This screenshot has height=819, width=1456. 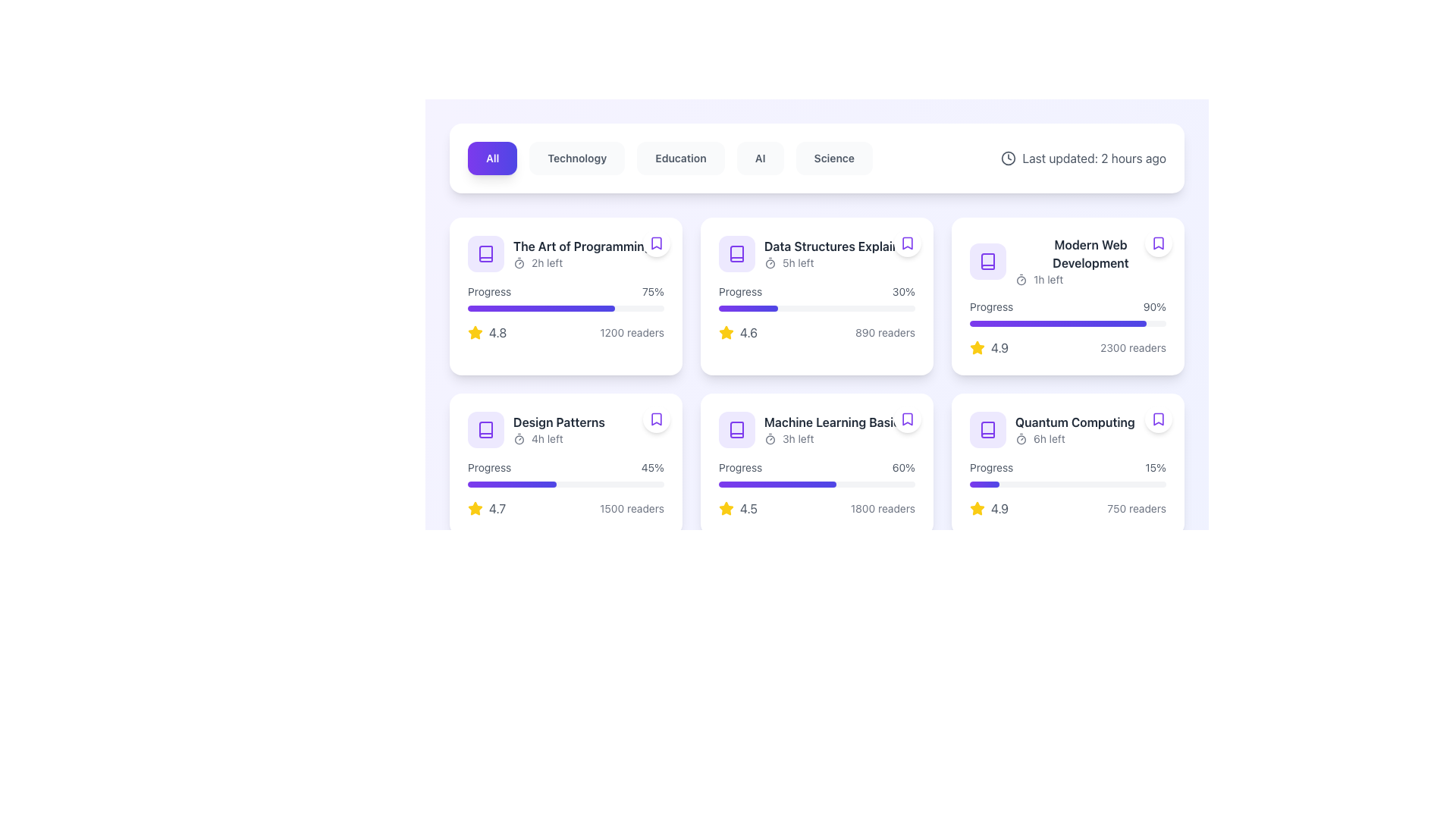 What do you see at coordinates (987, 260) in the screenshot?
I see `the violet-themed book icon within the rounded rectangle located in the Modern Web Development section, specifically the first row's third item` at bounding box center [987, 260].